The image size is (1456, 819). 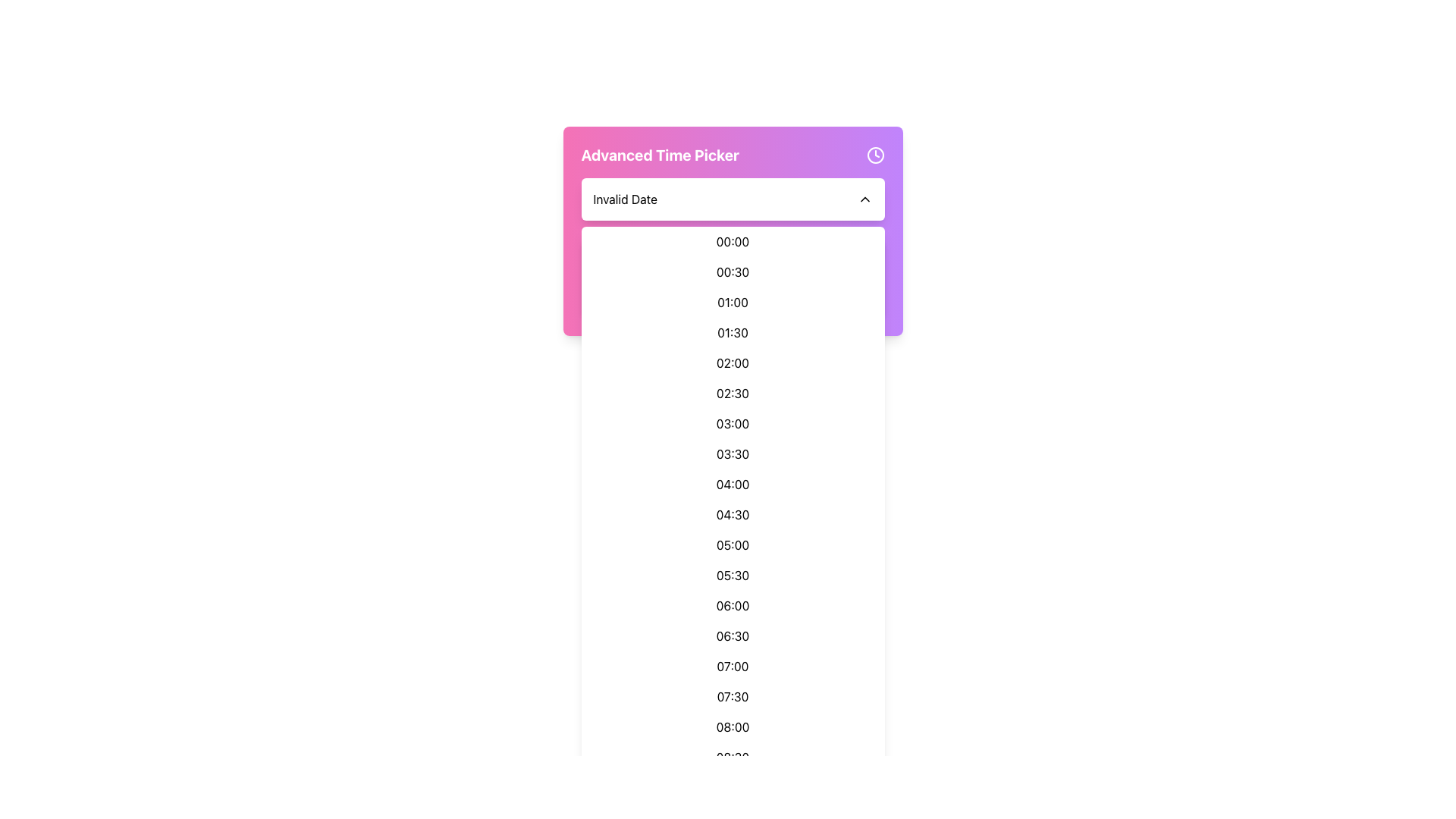 What do you see at coordinates (733, 666) in the screenshot?
I see `the time selection option '07:00' in the dropdown menu` at bounding box center [733, 666].